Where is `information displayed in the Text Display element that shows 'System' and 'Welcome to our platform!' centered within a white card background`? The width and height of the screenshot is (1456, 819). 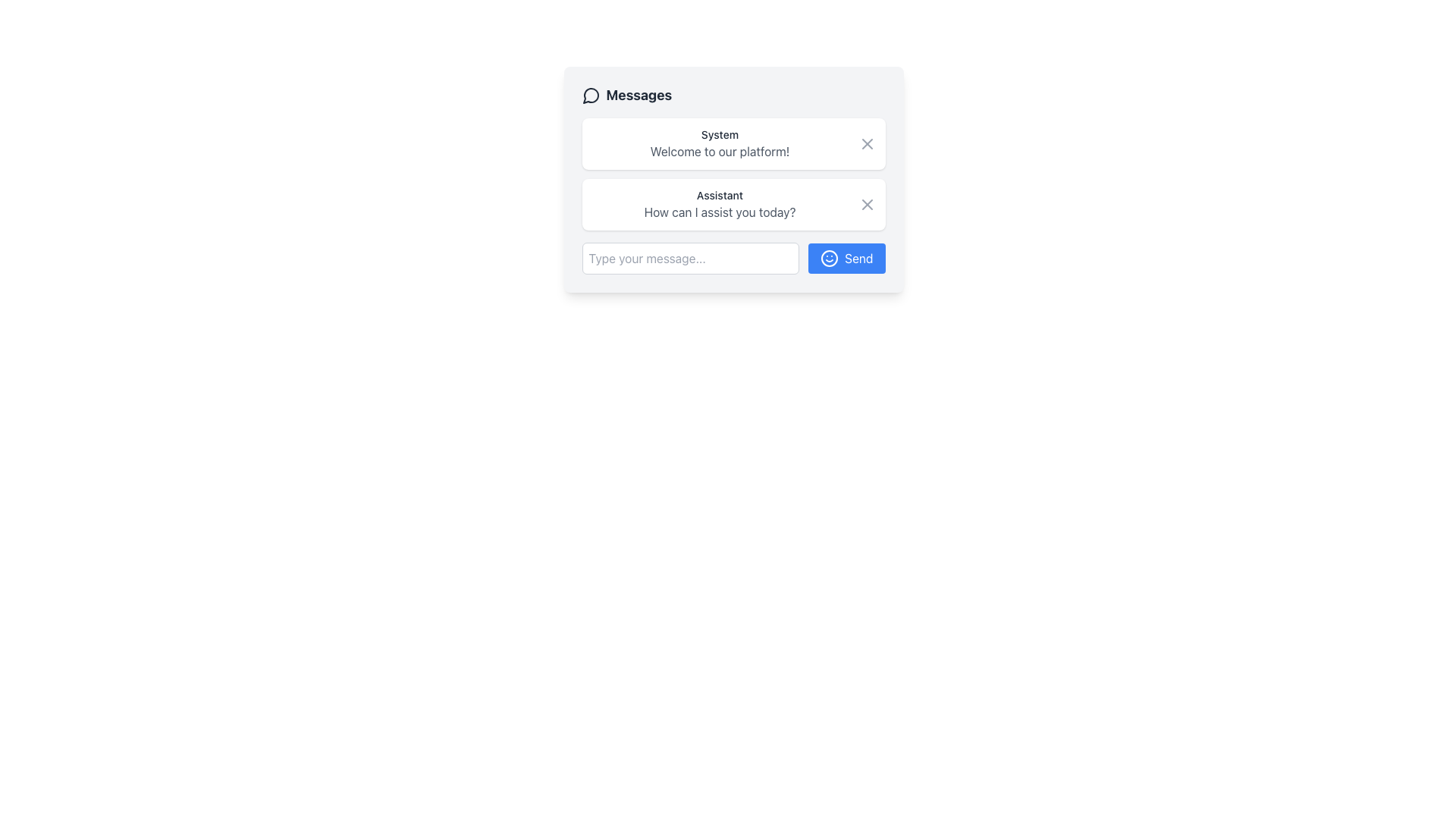 information displayed in the Text Display element that shows 'System' and 'Welcome to our platform!' centered within a white card background is located at coordinates (719, 143).